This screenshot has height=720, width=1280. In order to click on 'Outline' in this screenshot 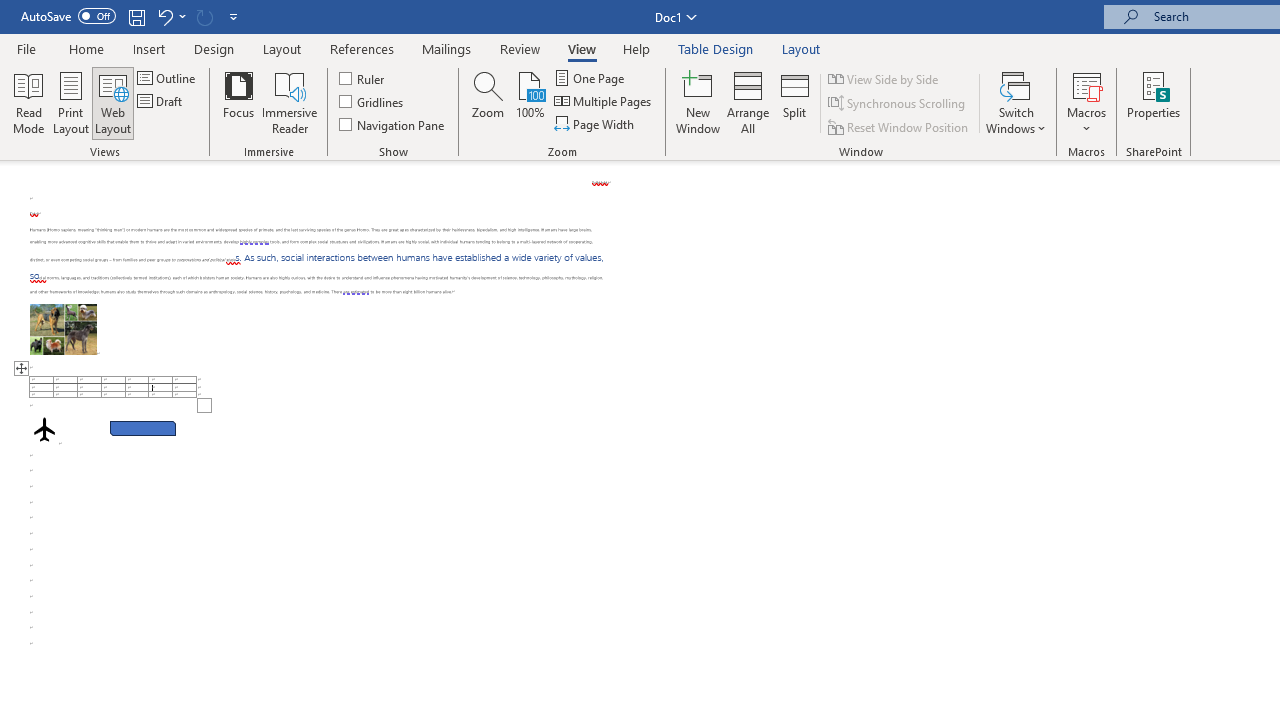, I will do `click(168, 77)`.